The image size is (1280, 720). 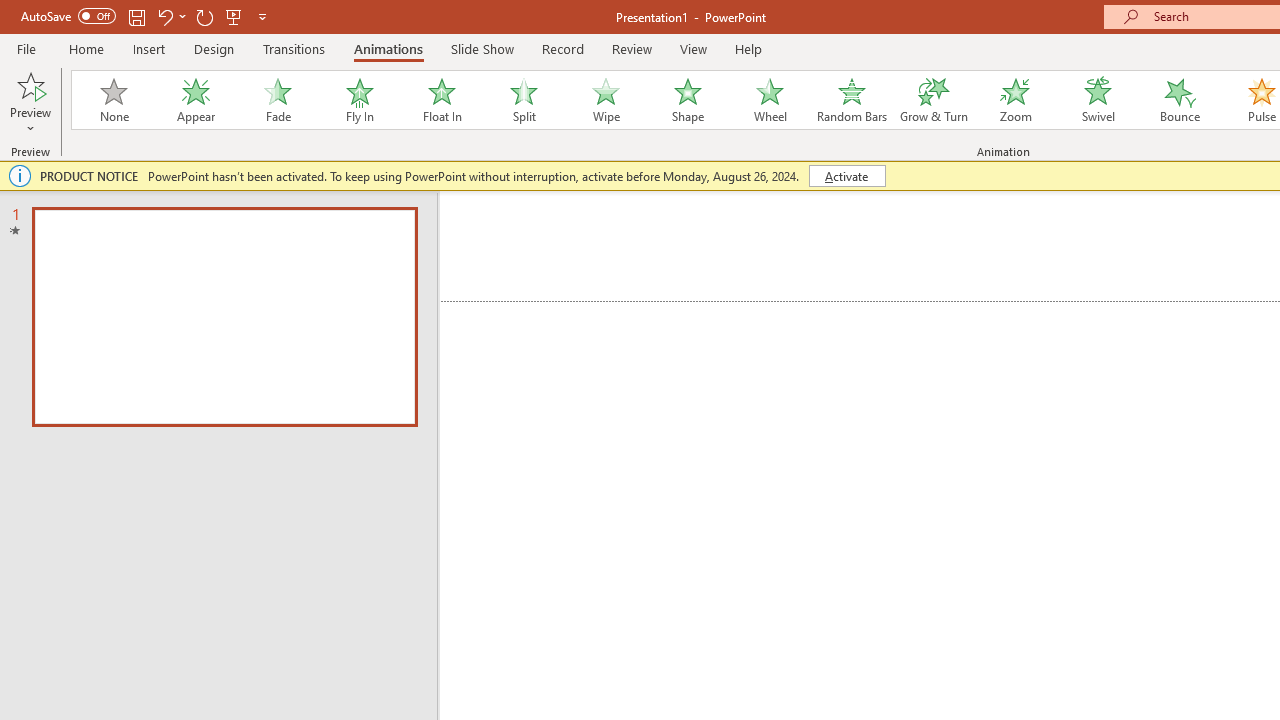 I want to click on 'Grow & Turn', so click(x=933, y=100).